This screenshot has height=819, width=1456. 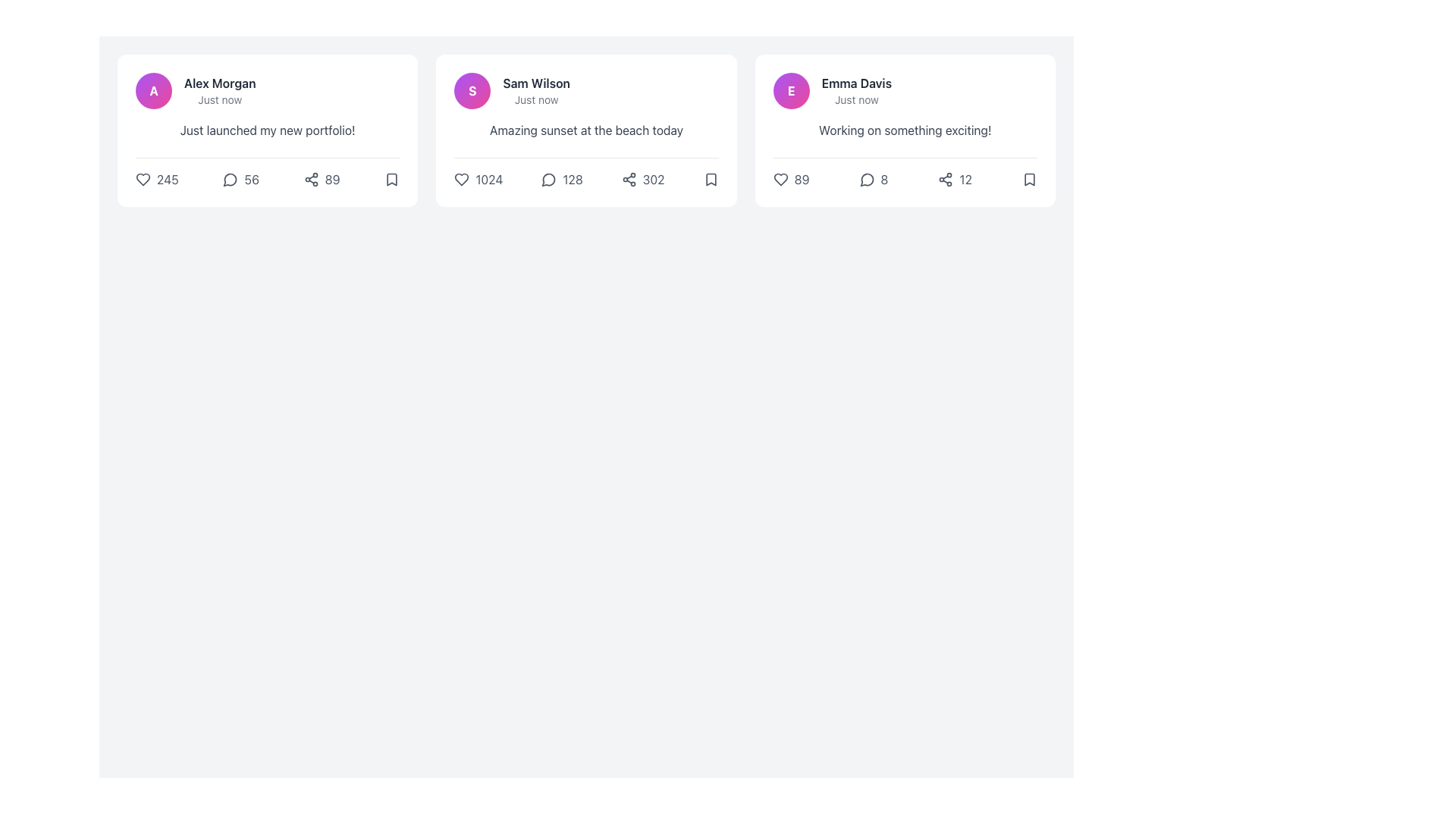 I want to click on the interactive speech bubble icon-text pair with the number '56' located in the bottom section of the first content card from the left, which changes the icon's color to blue, so click(x=240, y=178).